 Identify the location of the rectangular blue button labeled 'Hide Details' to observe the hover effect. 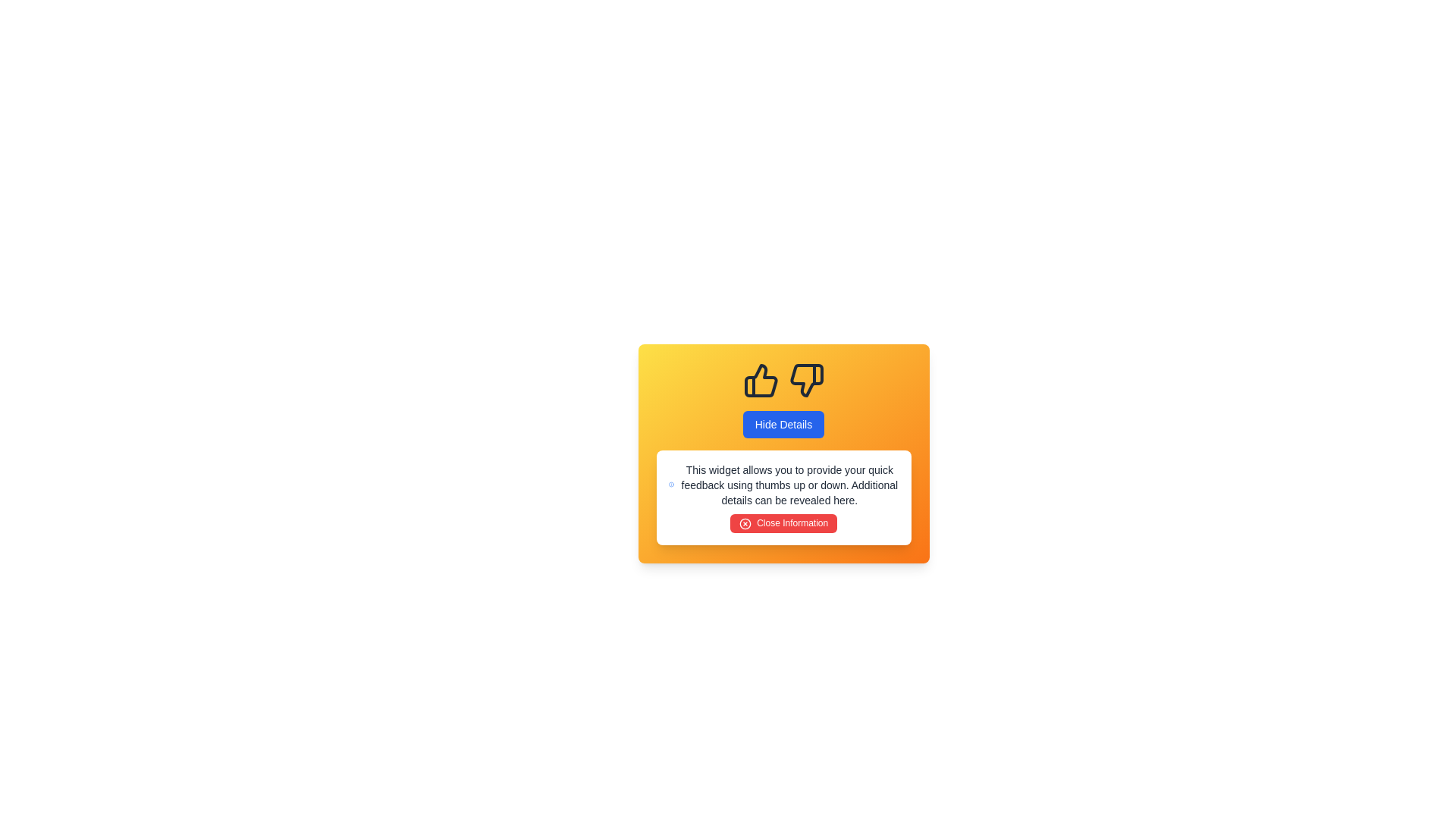
(783, 424).